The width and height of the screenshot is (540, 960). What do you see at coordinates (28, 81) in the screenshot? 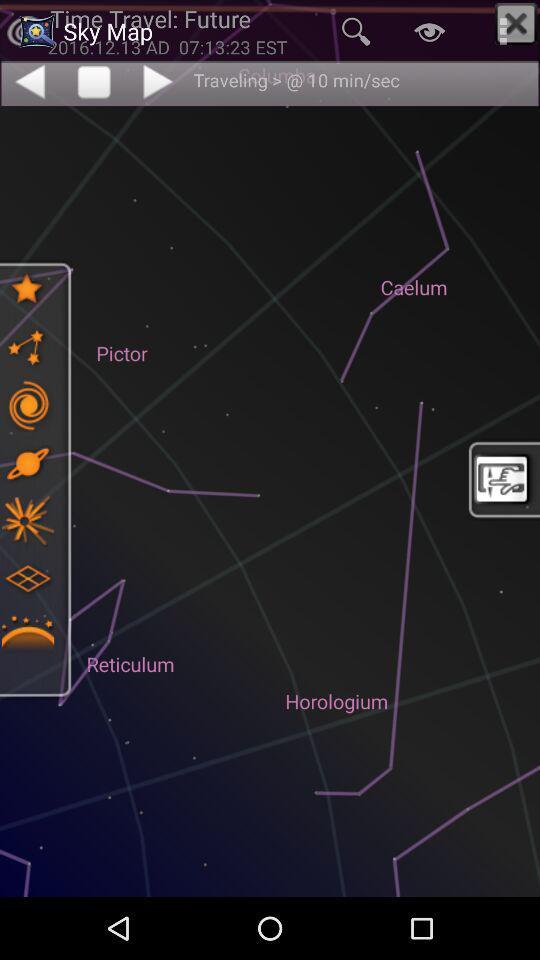
I see `the arrow_backward icon` at bounding box center [28, 81].